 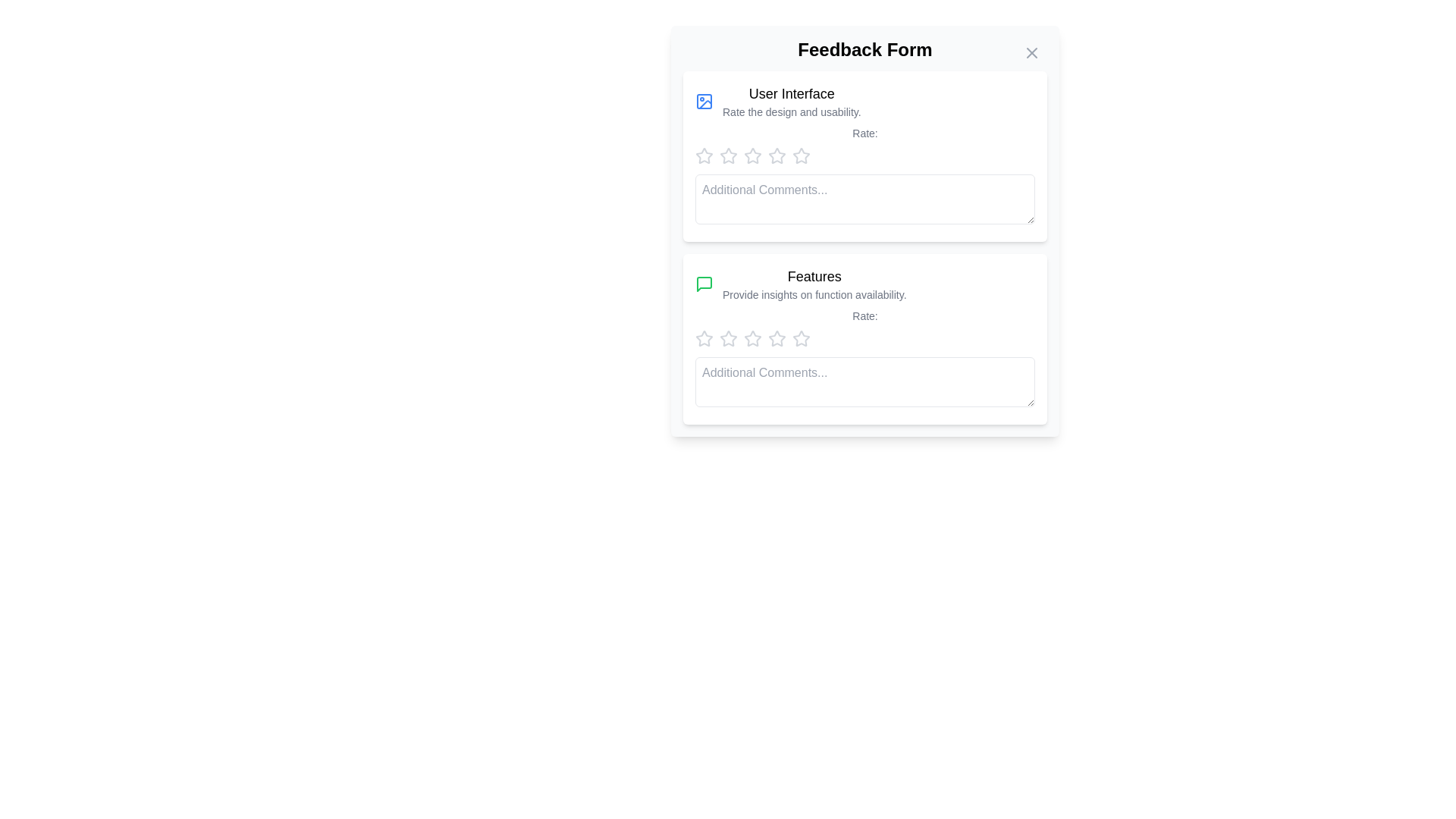 I want to click on the third star icon, so click(x=776, y=155).